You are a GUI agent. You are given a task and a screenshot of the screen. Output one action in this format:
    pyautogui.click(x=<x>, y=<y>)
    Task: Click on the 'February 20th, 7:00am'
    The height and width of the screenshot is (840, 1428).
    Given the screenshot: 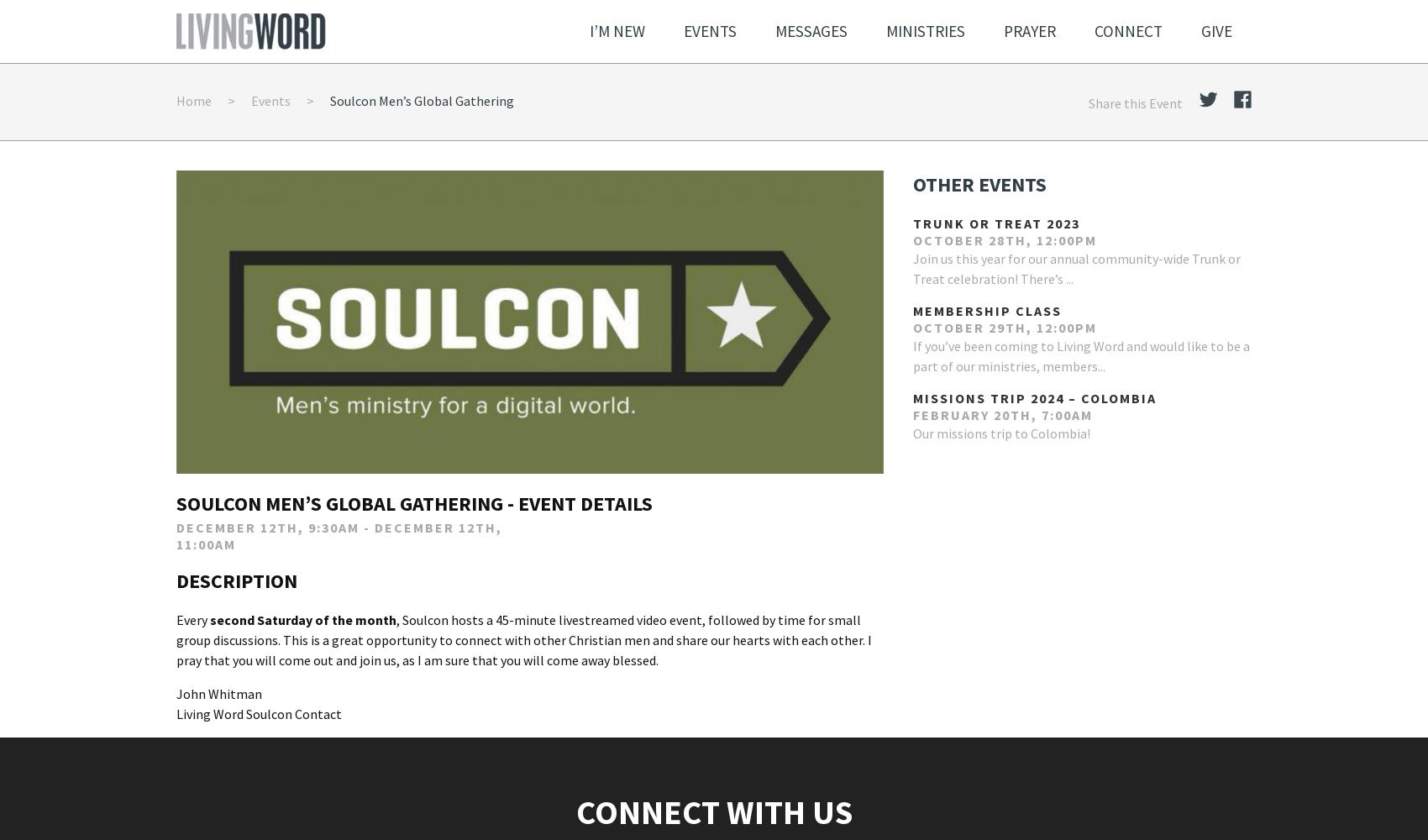 What is the action you would take?
    pyautogui.click(x=1001, y=413)
    